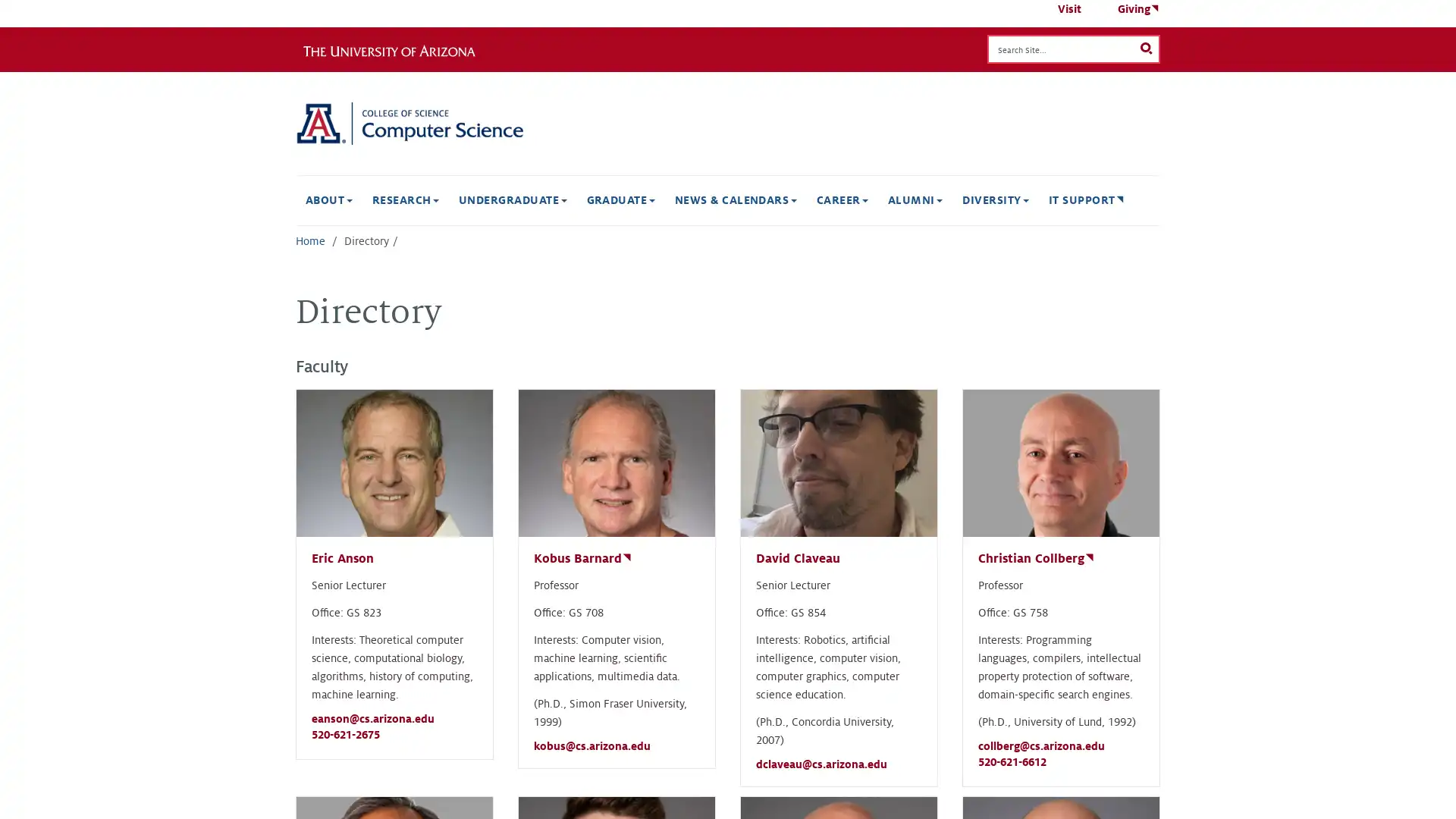  What do you see at coordinates (1146, 48) in the screenshot?
I see `Search` at bounding box center [1146, 48].